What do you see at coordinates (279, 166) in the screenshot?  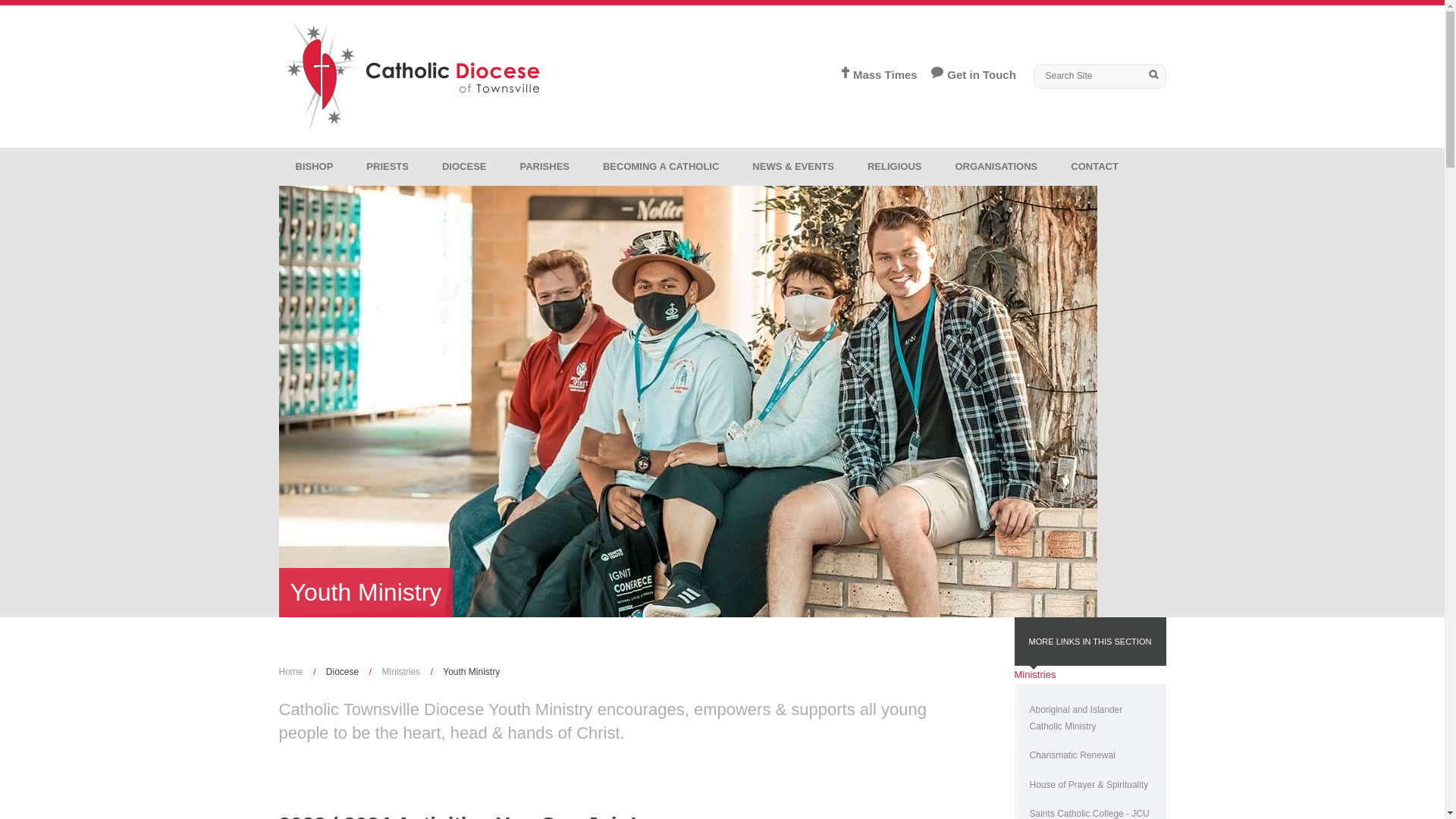 I see `'BISHOP'` at bounding box center [279, 166].